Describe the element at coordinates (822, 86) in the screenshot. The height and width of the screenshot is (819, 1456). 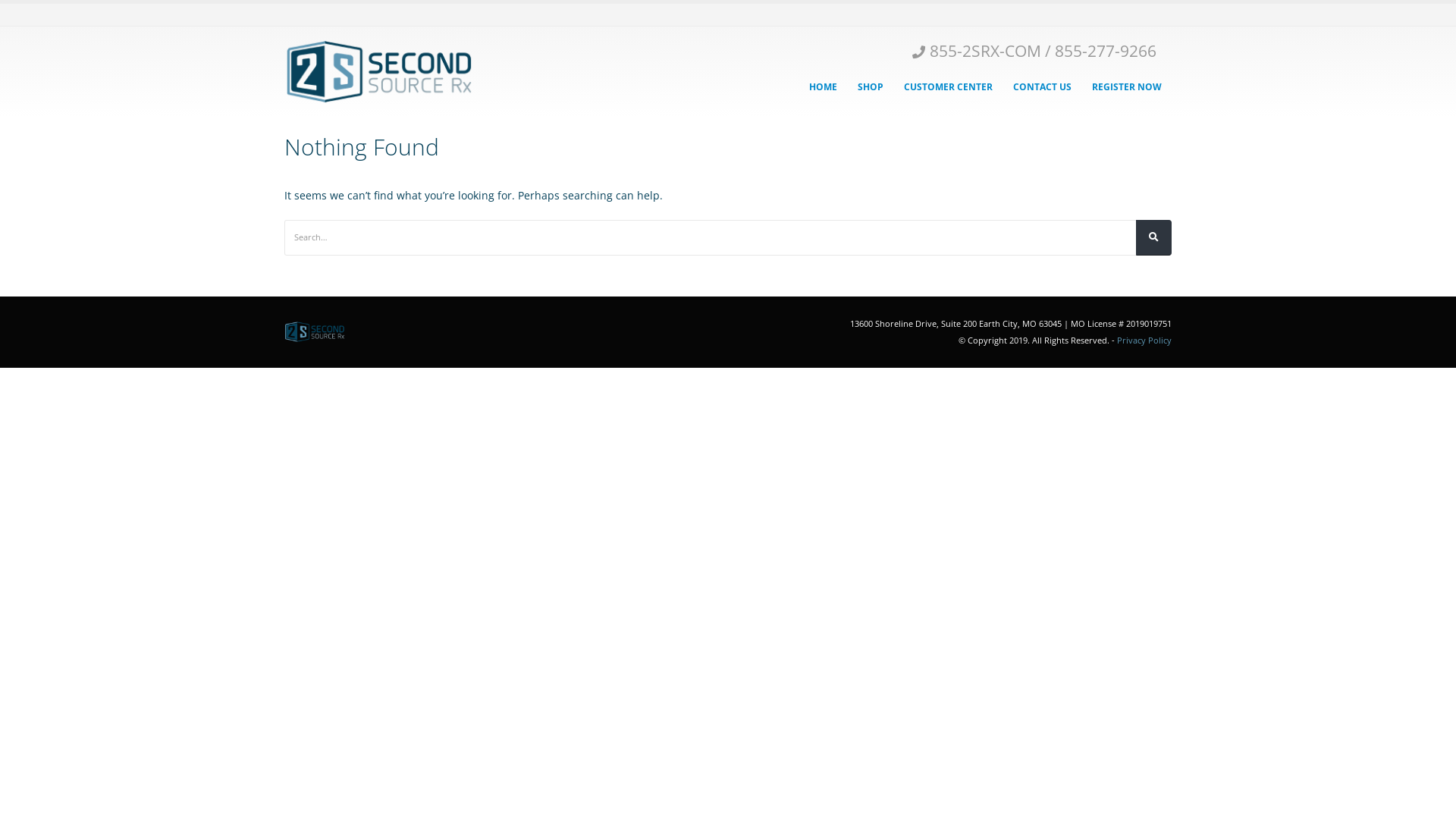
I see `'HOME'` at that location.